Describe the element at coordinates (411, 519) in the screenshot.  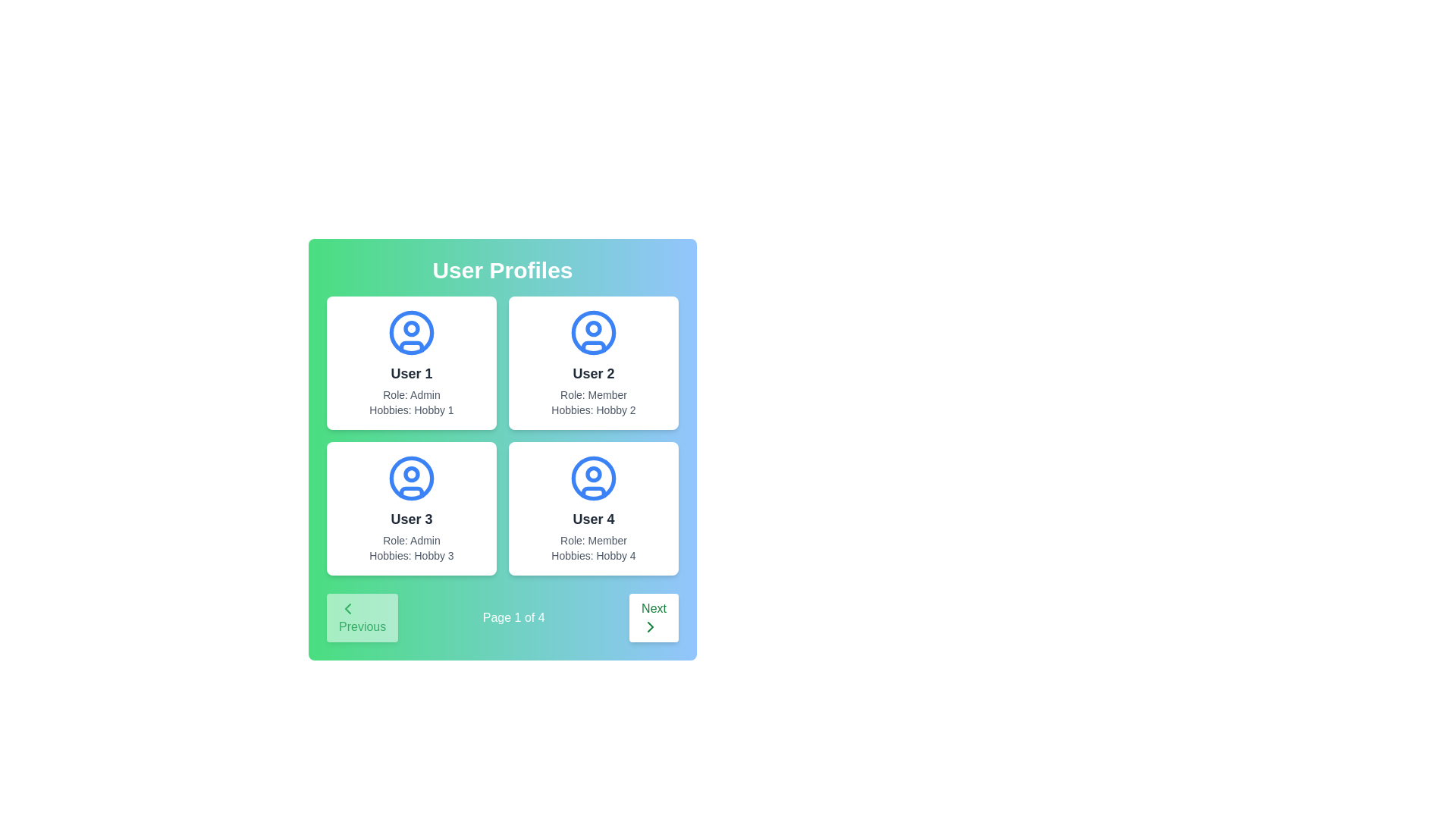
I see `text 'User 3' displayed in bold font as the primary heading within the third user profile card, located at the bottom-left corner of the grid of user profiles` at that location.